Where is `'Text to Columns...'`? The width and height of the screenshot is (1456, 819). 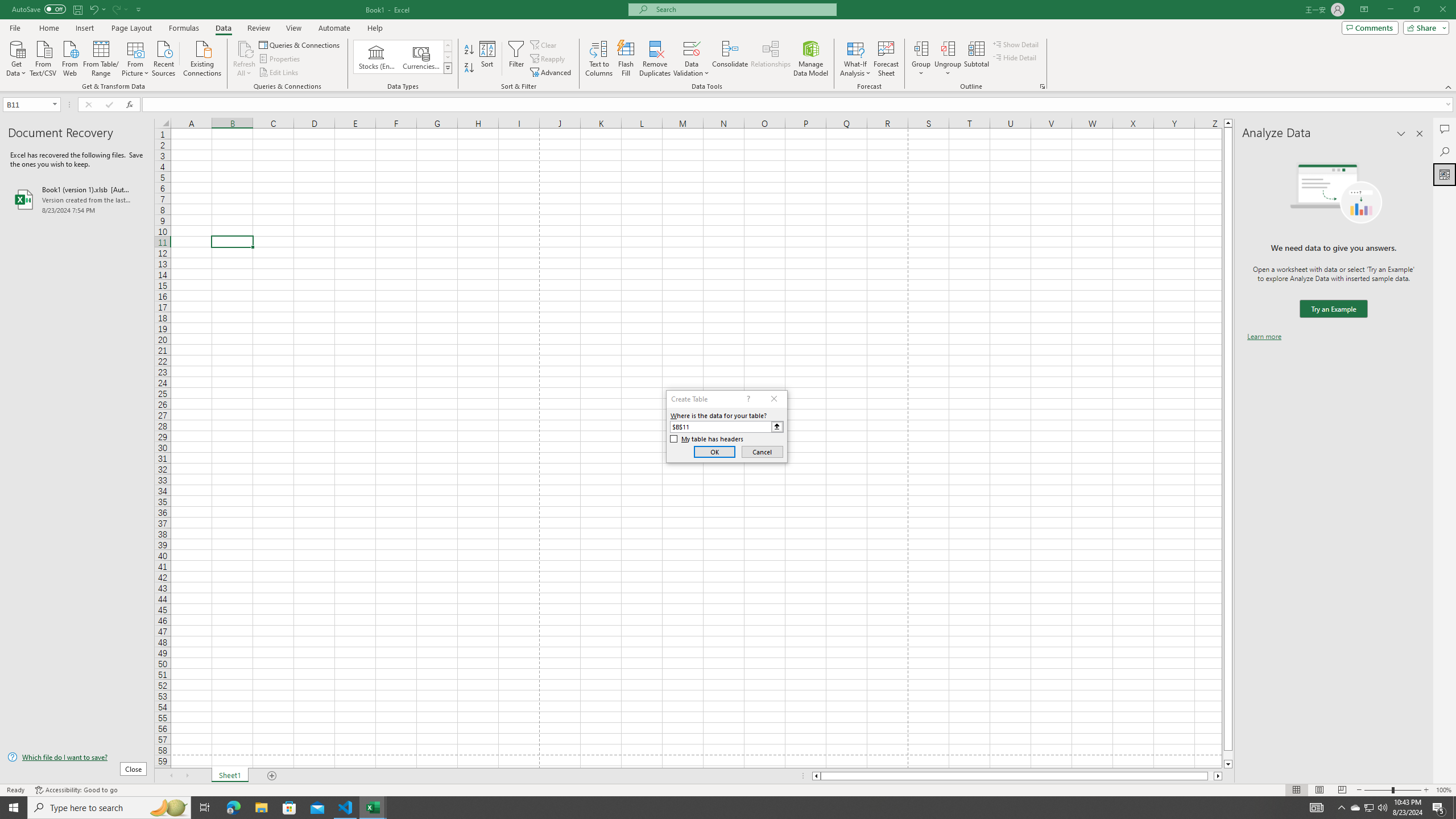 'Text to Columns...' is located at coordinates (598, 59).